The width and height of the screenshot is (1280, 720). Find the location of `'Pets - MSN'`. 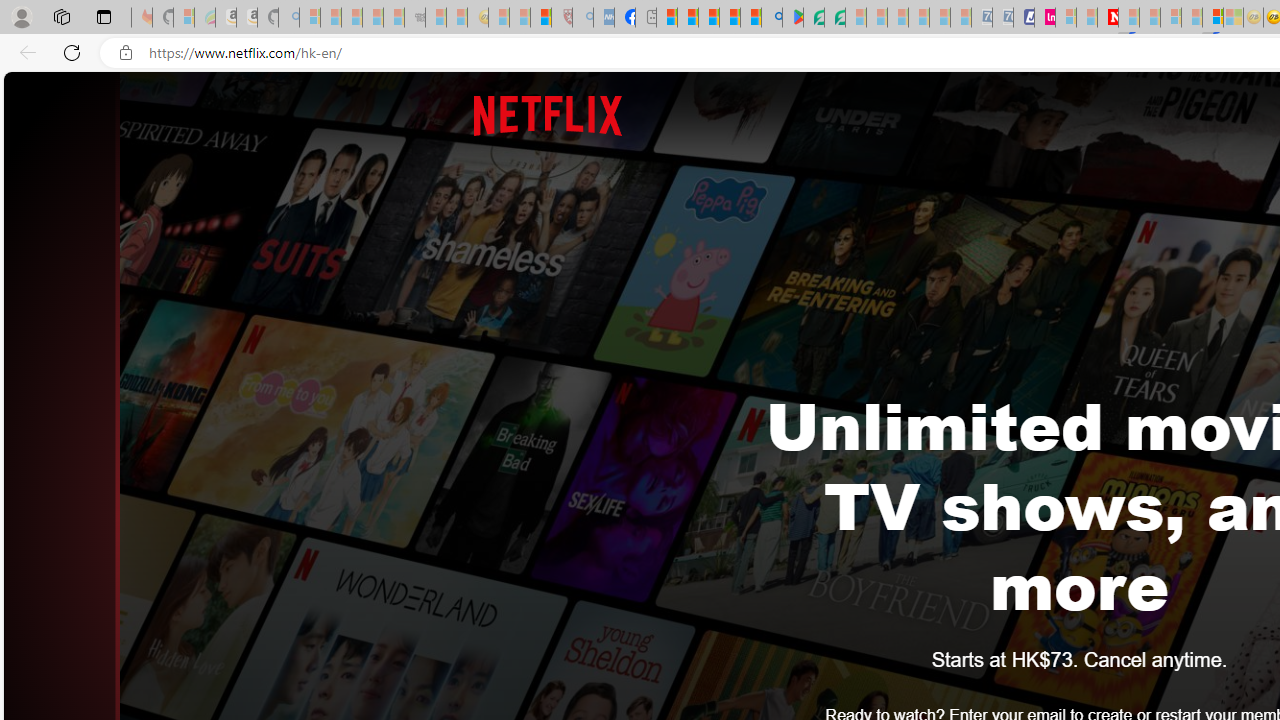

'Pets - MSN' is located at coordinates (728, 17).